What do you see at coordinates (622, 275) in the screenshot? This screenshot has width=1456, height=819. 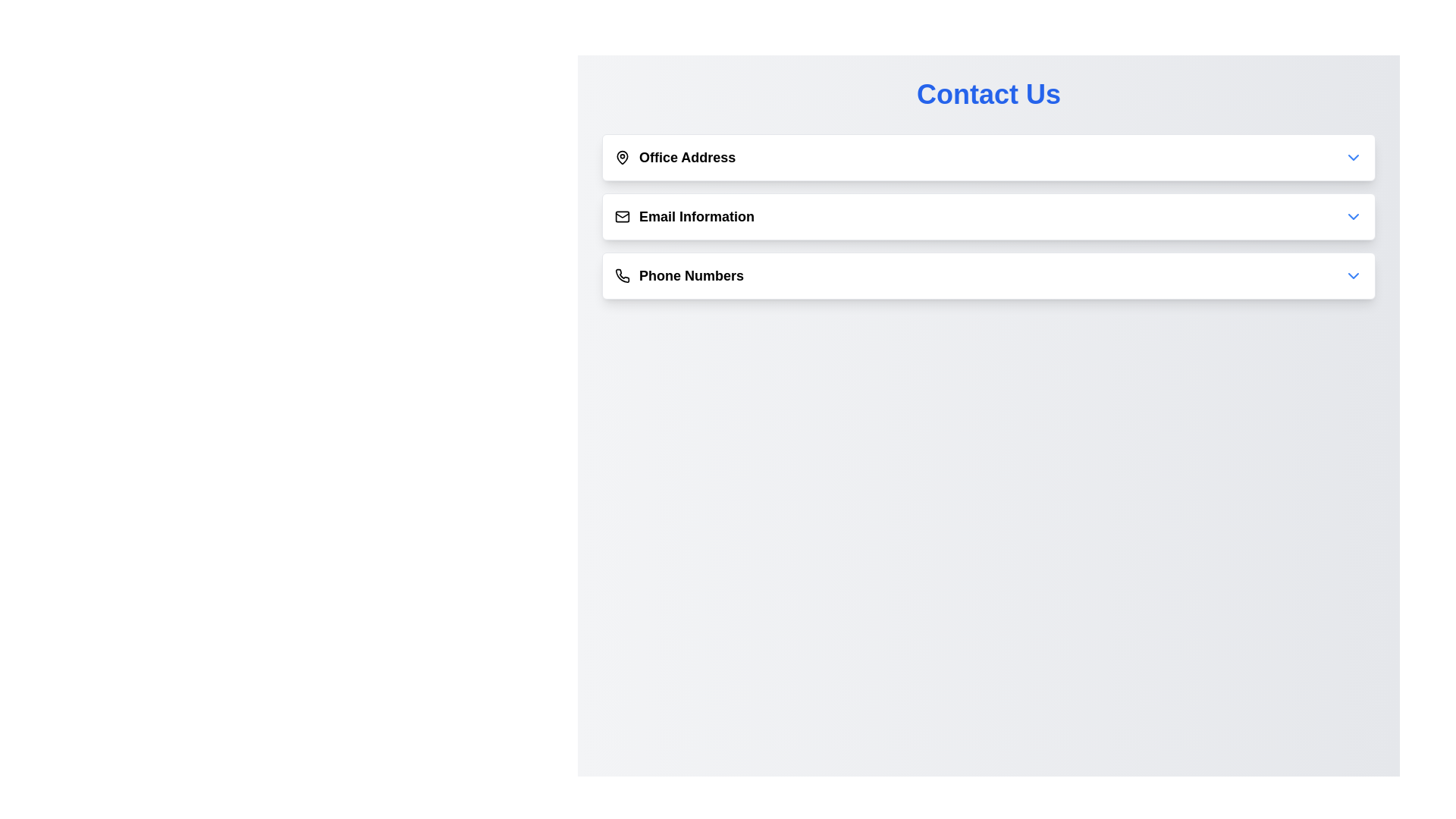 I see `the phone-shaped icon located next to the 'Phone Numbers' label in the bottom section of the listed contact options` at bounding box center [622, 275].